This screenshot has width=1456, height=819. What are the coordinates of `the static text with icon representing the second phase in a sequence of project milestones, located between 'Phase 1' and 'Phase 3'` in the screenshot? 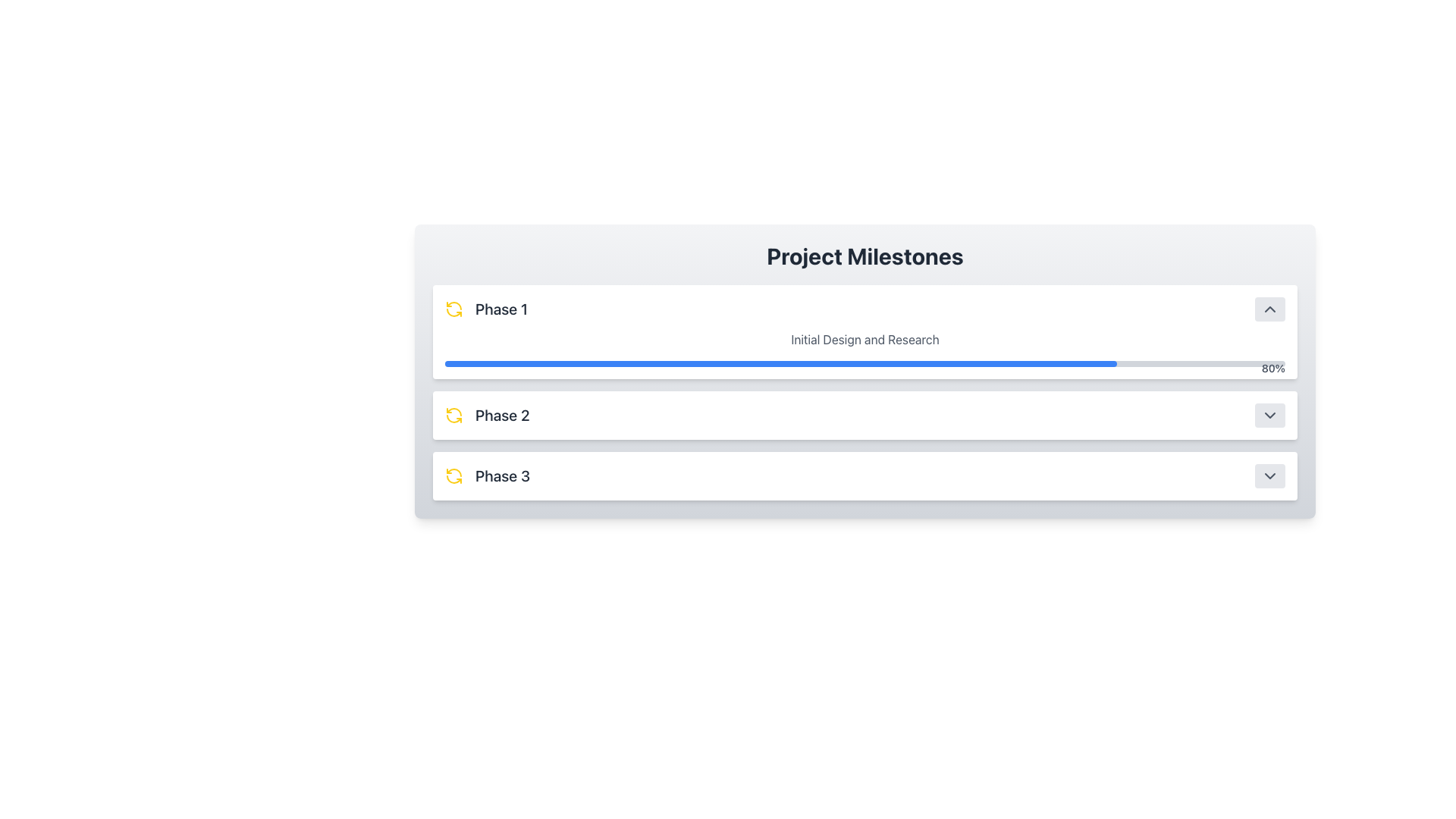 It's located at (487, 415).